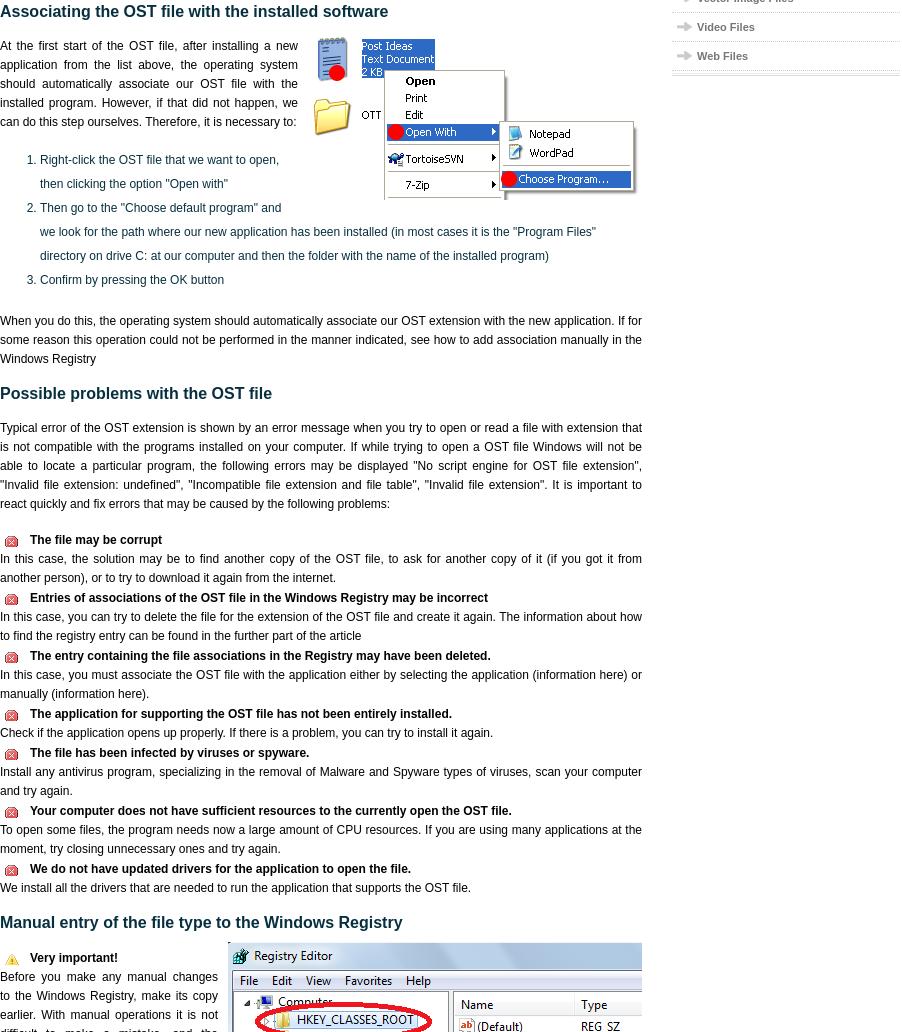  What do you see at coordinates (241, 713) in the screenshot?
I see `'The application for supporting the OST file has not been entirely installed.'` at bounding box center [241, 713].